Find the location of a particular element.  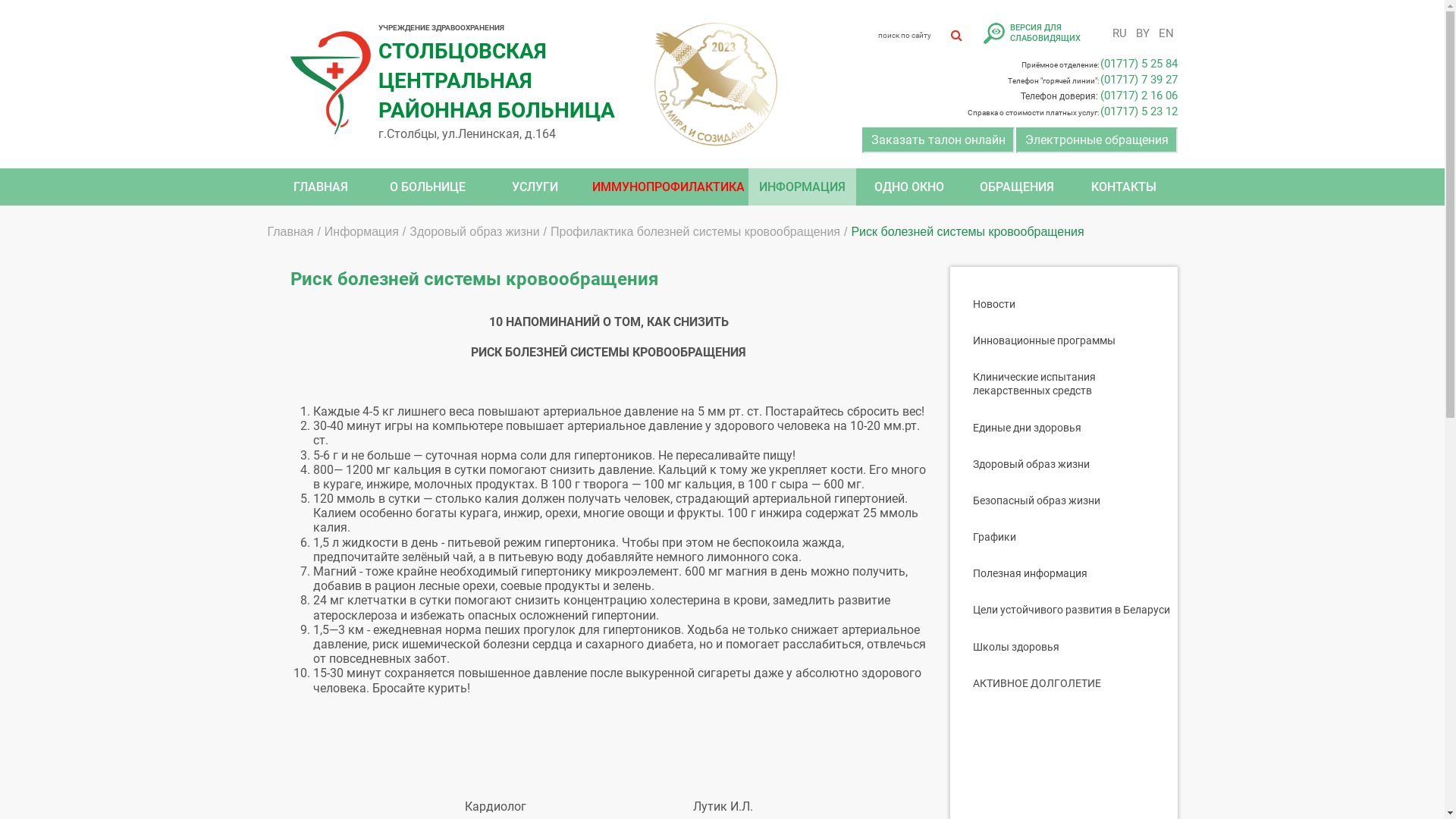

'BY' is located at coordinates (1142, 33).